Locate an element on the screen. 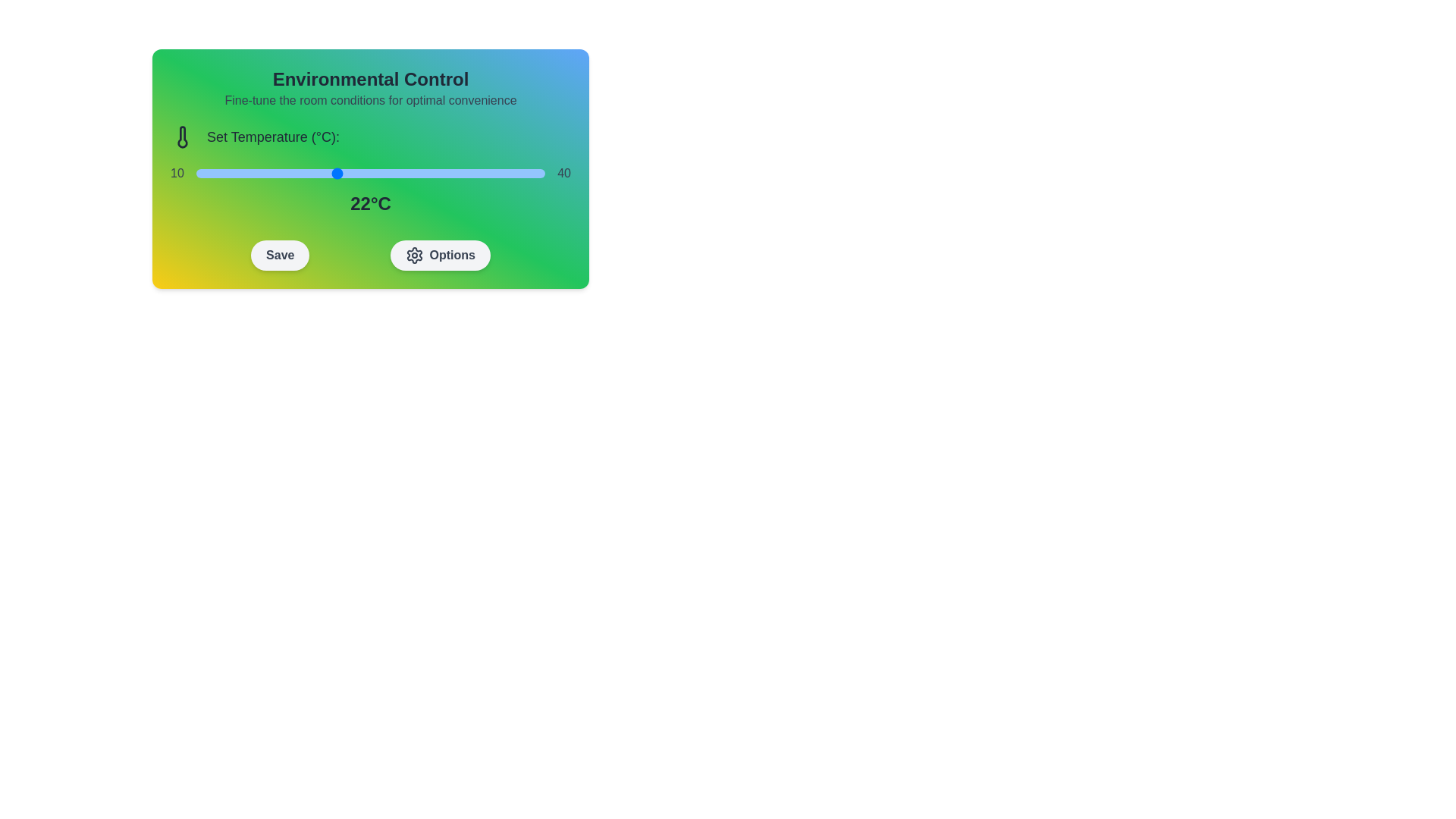 This screenshot has height=819, width=1456. the cogwheel-shaped settings icon located within the 'Options' button at the bottom-right corner of the card-like UI component is located at coordinates (414, 254).